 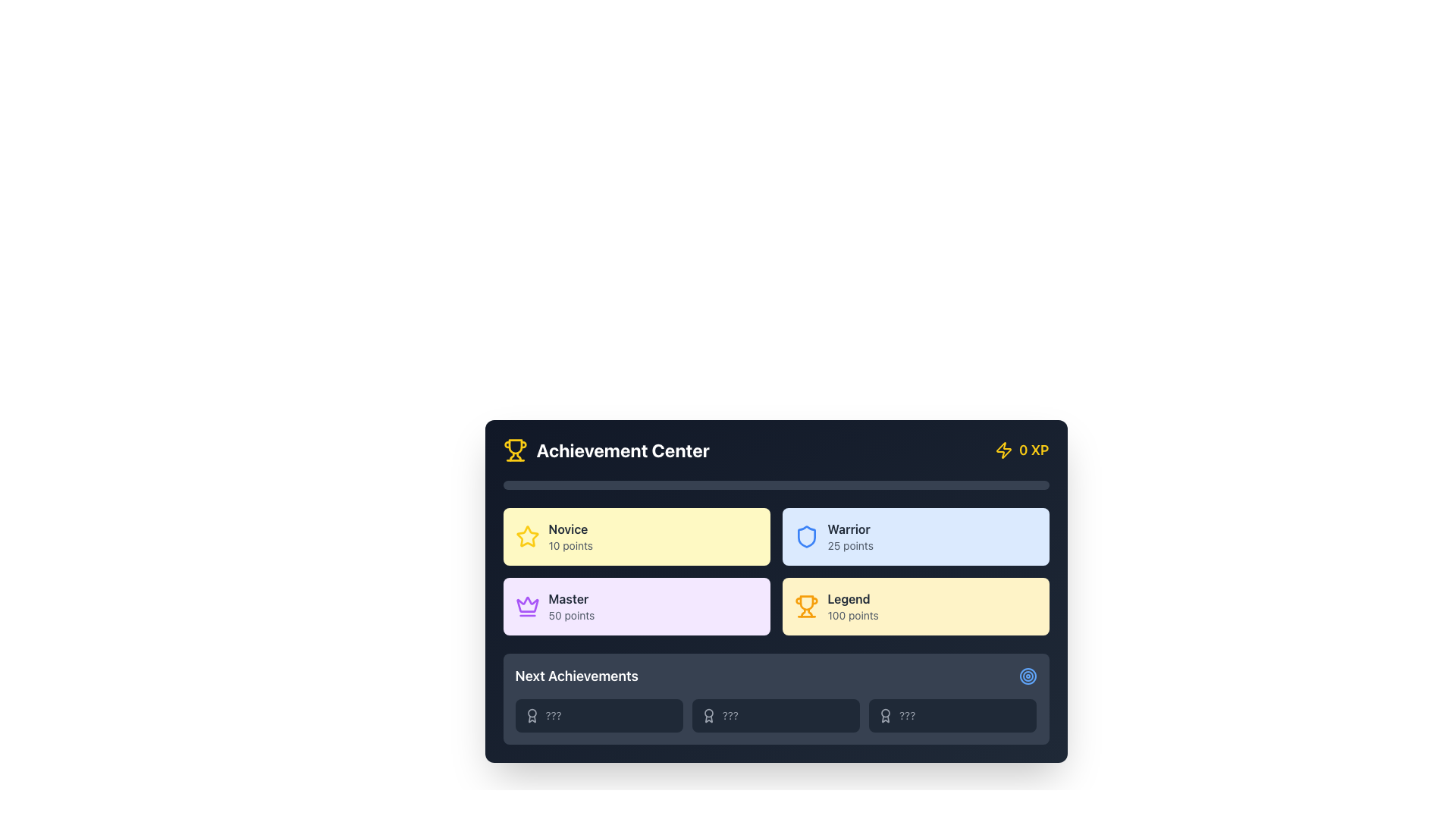 What do you see at coordinates (570, 536) in the screenshot?
I see `text content displayed in the achievement level block that shows 'Novice' and '10 points', located in the top-left of the Achievement Center section, above the Master card and to the left of the Warrior card` at bounding box center [570, 536].